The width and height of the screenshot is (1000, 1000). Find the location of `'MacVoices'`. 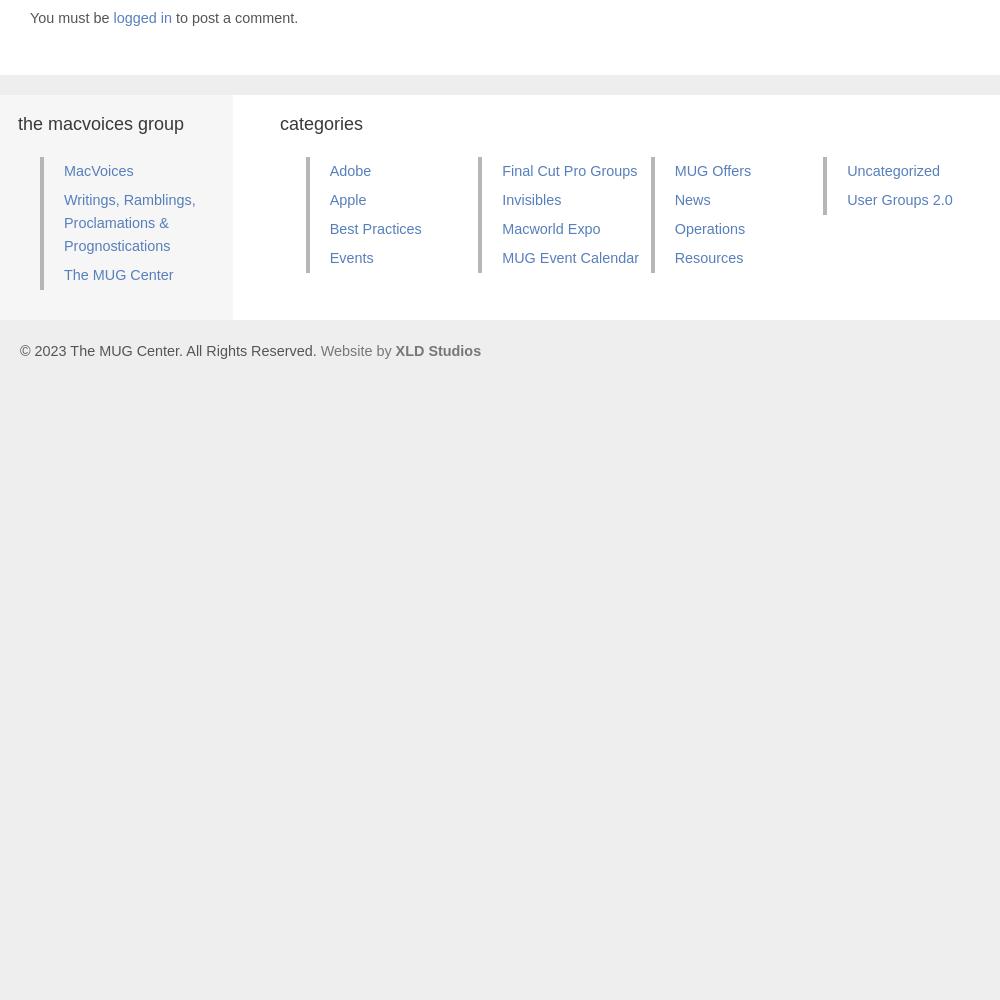

'MacVoices' is located at coordinates (97, 170).